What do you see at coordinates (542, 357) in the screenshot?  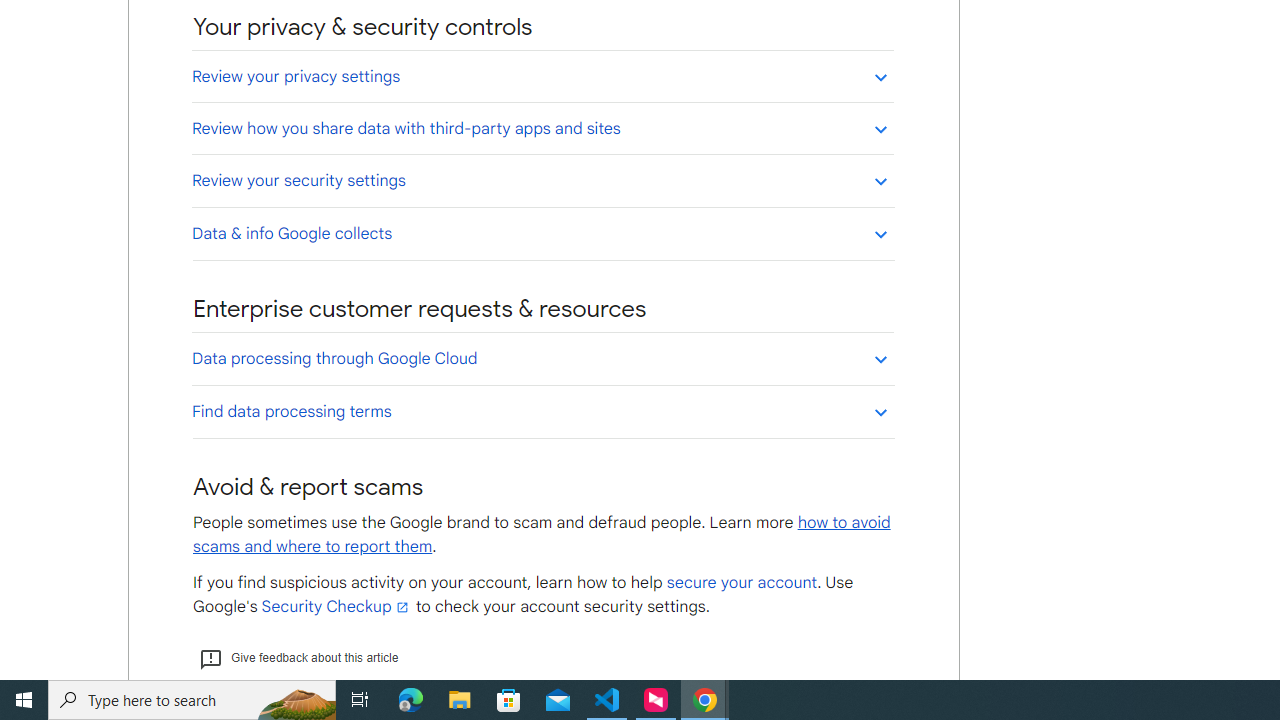 I see `'Data processing through Google Cloud'` at bounding box center [542, 357].